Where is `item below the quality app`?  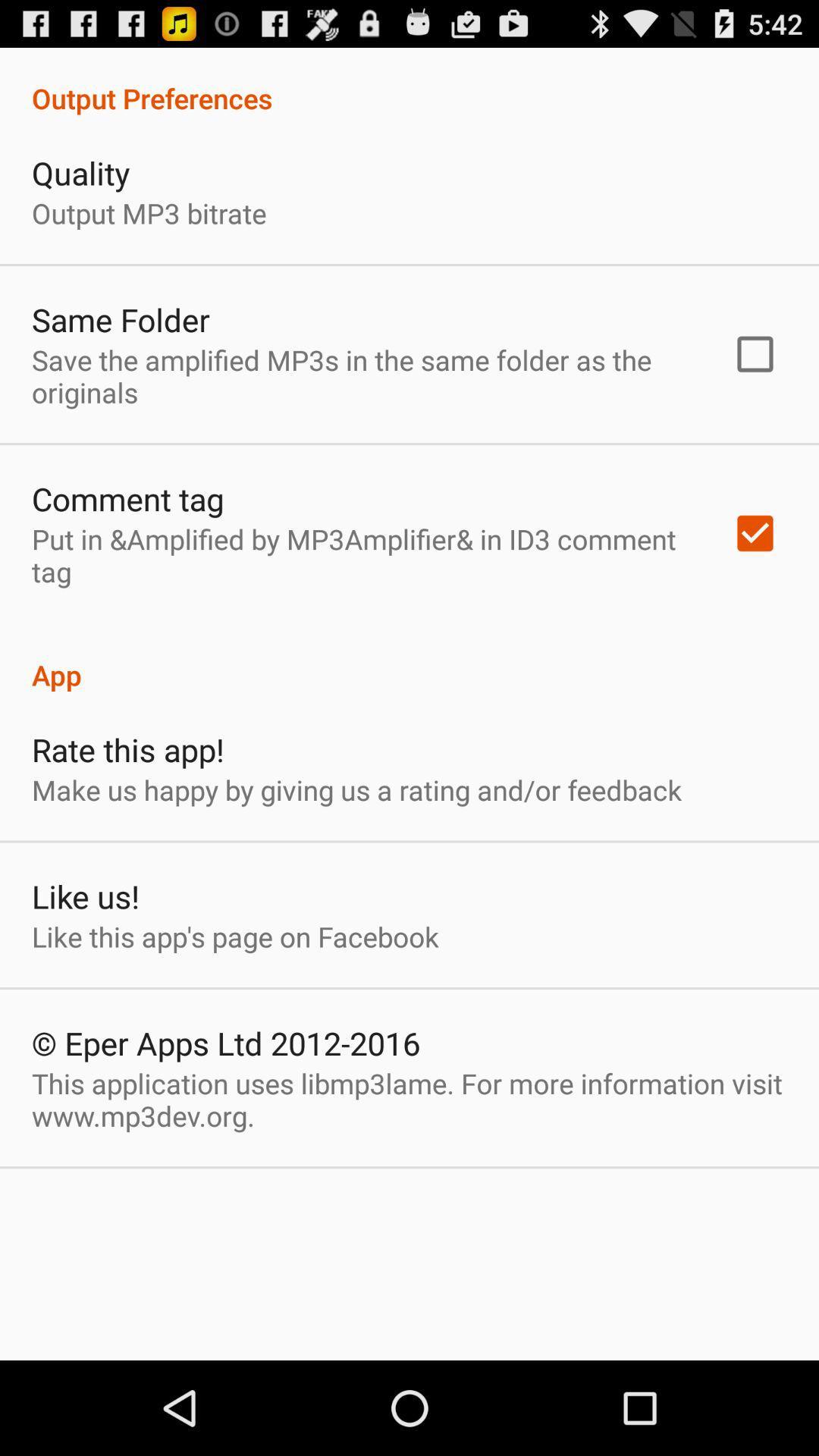
item below the quality app is located at coordinates (149, 212).